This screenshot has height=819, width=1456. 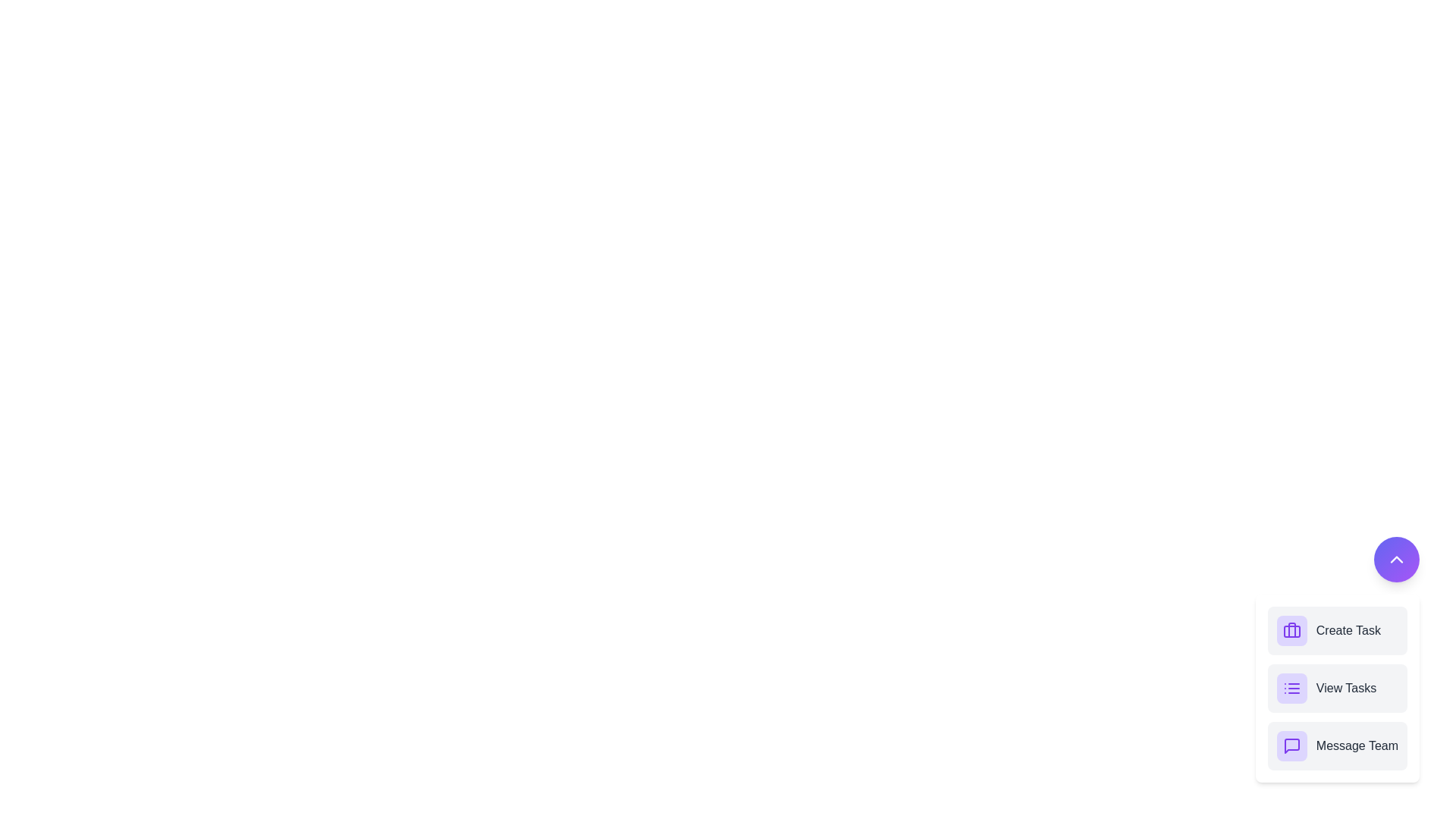 What do you see at coordinates (1337, 688) in the screenshot?
I see `the 'View Tasks' button` at bounding box center [1337, 688].